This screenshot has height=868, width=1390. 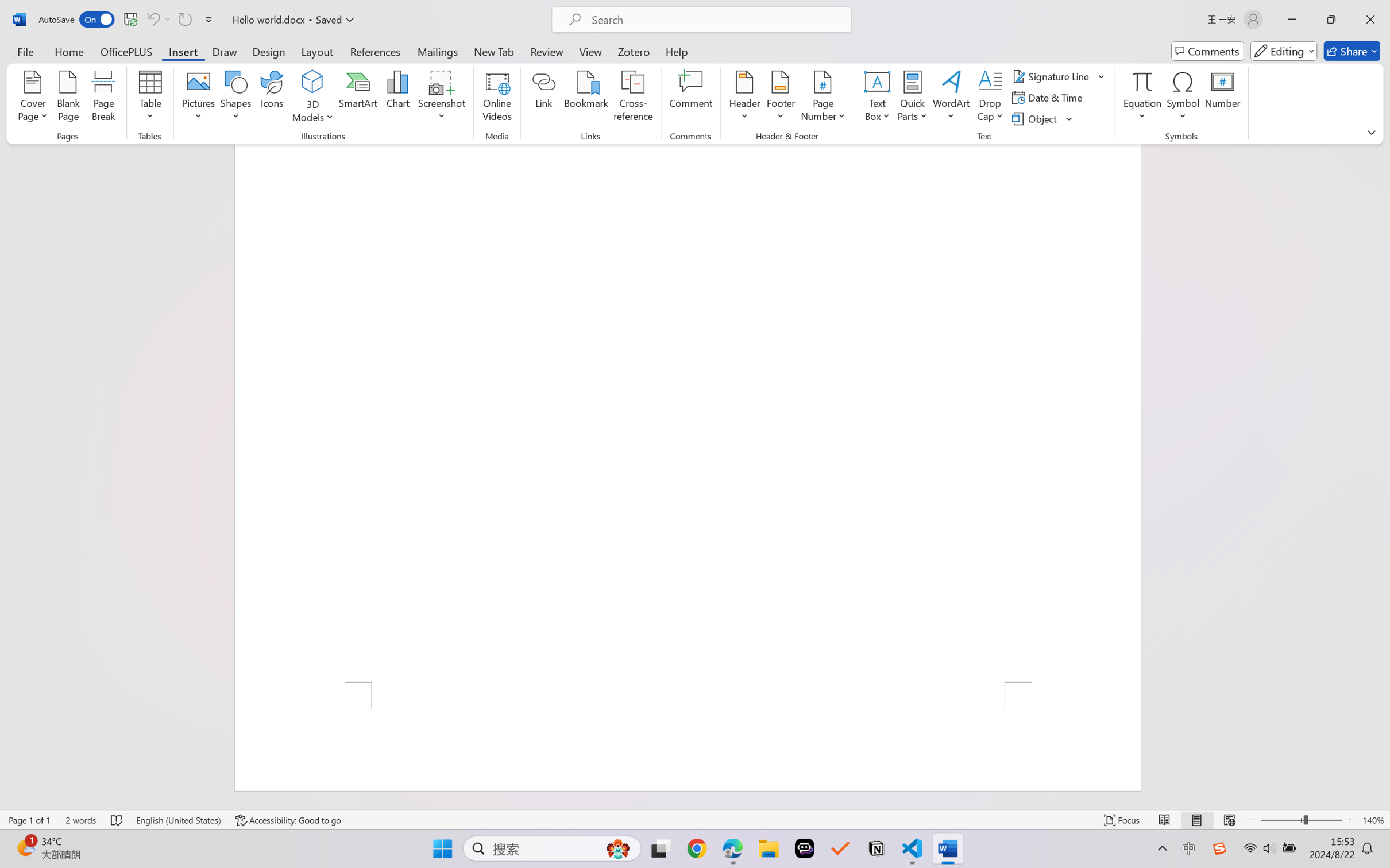 I want to click on 'Close', so click(x=1370, y=19).